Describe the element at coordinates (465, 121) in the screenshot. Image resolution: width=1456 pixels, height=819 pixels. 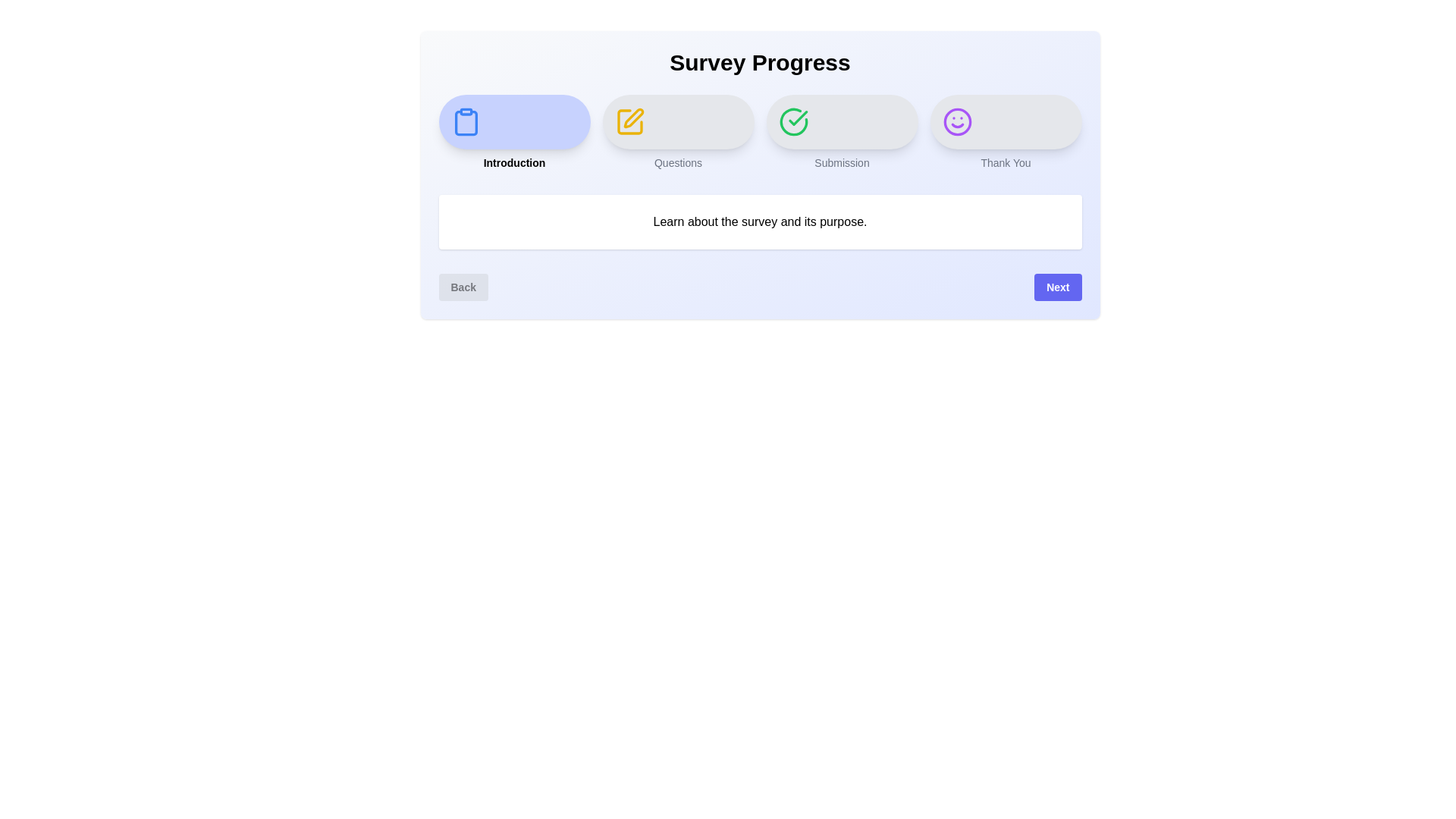
I see `the icon representing the Introduction step to inspect its appearance` at that location.